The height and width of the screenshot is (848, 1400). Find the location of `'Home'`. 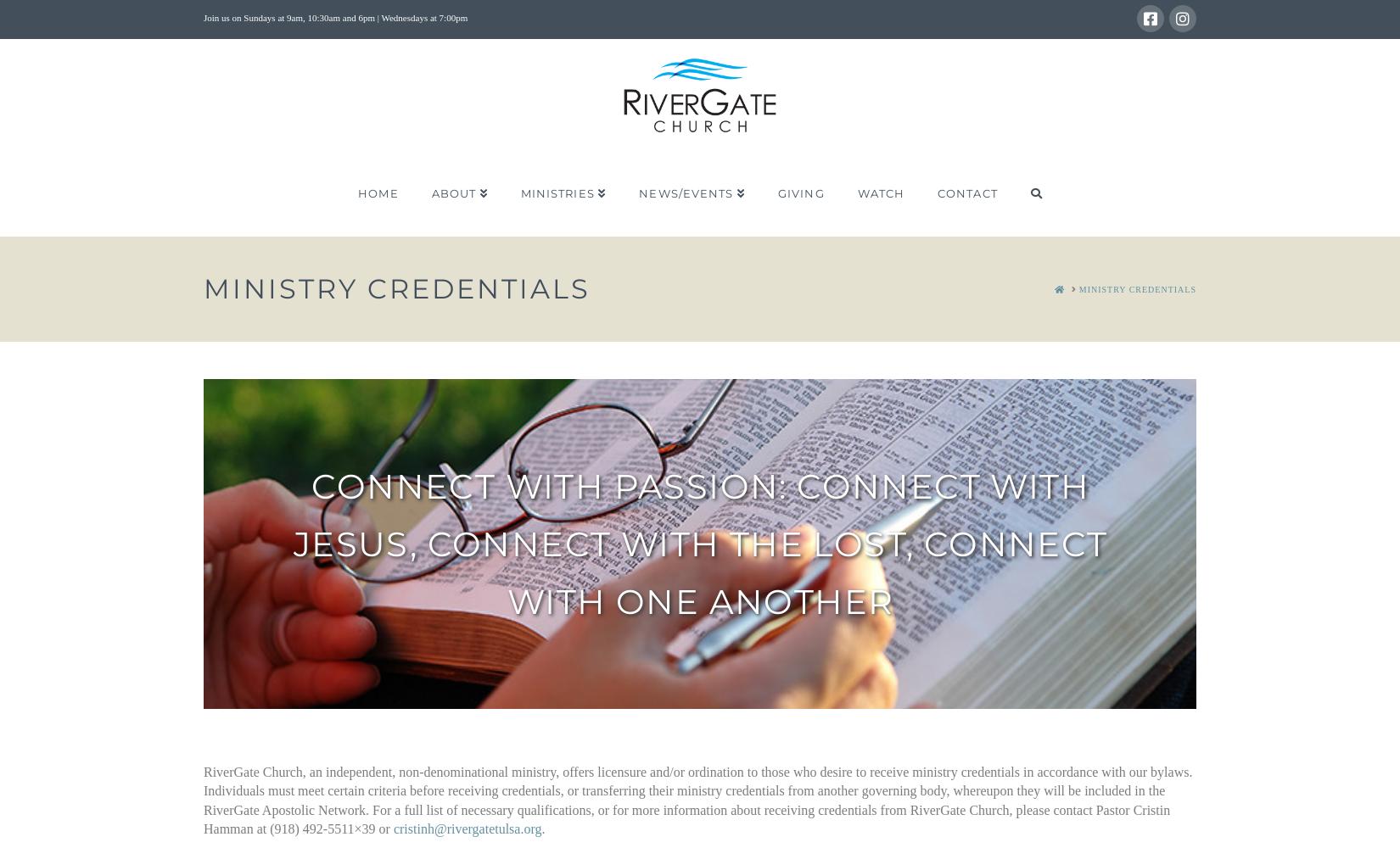

'Home' is located at coordinates (377, 192).